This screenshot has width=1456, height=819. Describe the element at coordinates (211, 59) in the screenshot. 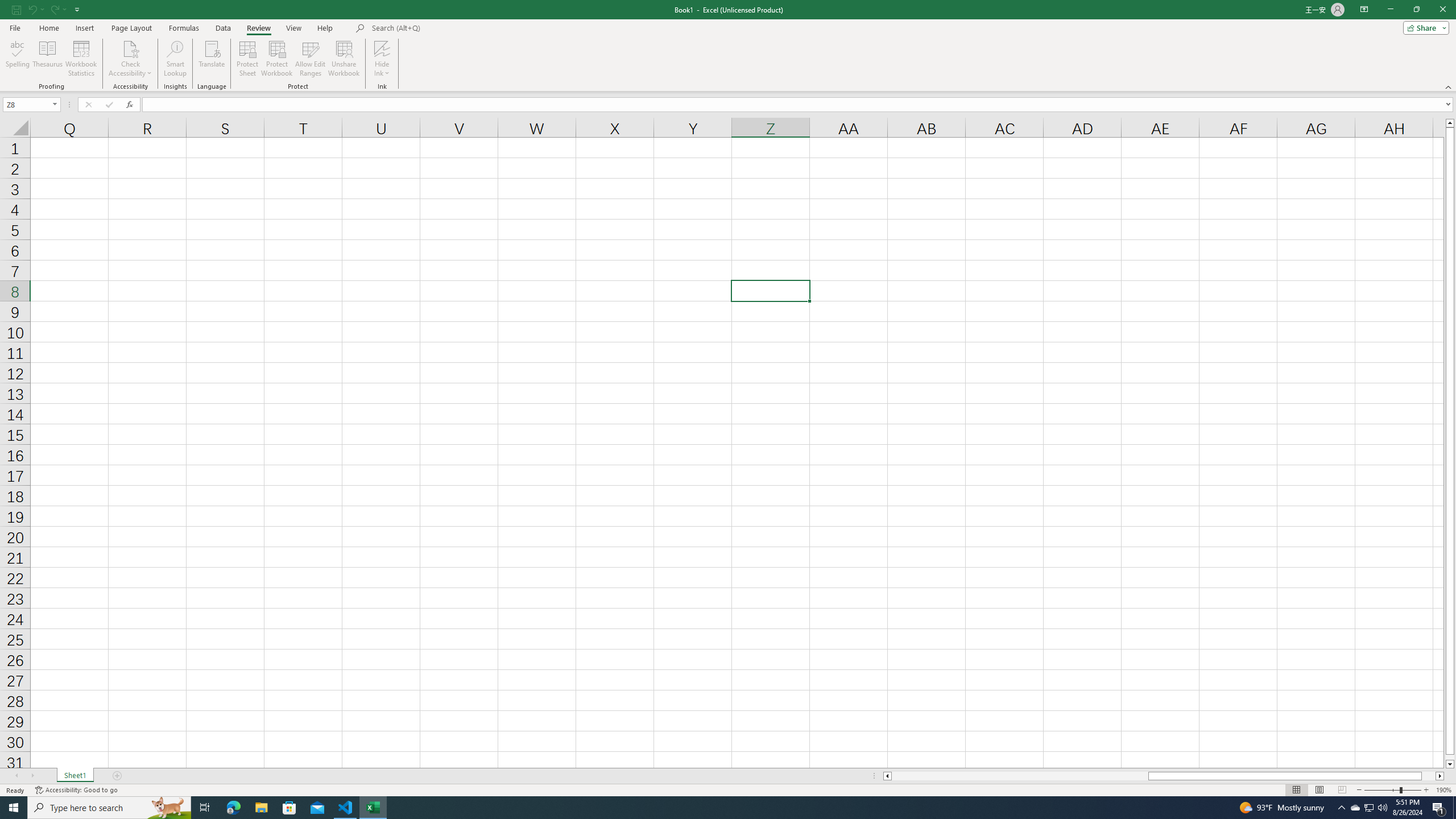

I see `'Translate'` at that location.